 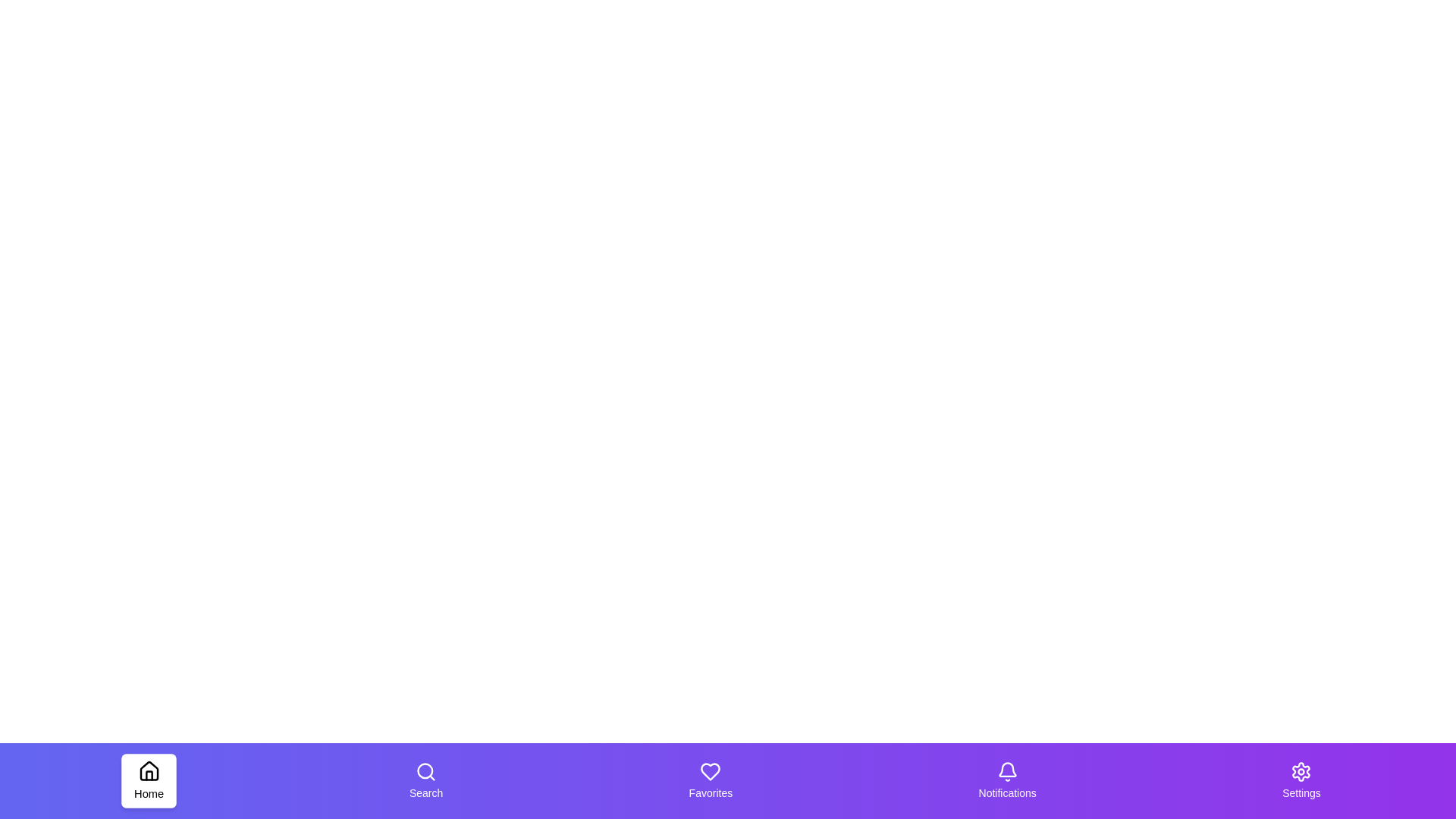 What do you see at coordinates (1007, 780) in the screenshot?
I see `the tab labeled Notifications to trigger its hover effect` at bounding box center [1007, 780].